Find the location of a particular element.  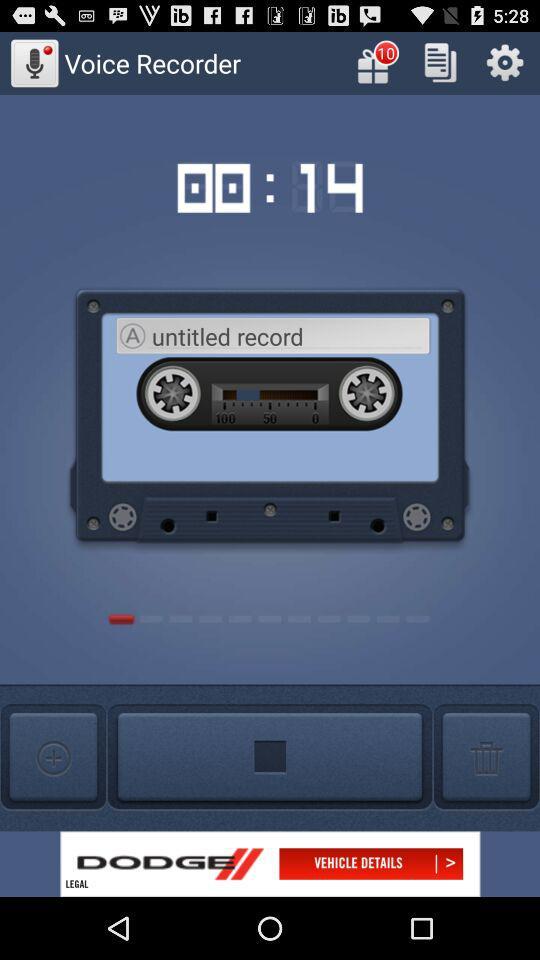

delete is located at coordinates (485, 756).